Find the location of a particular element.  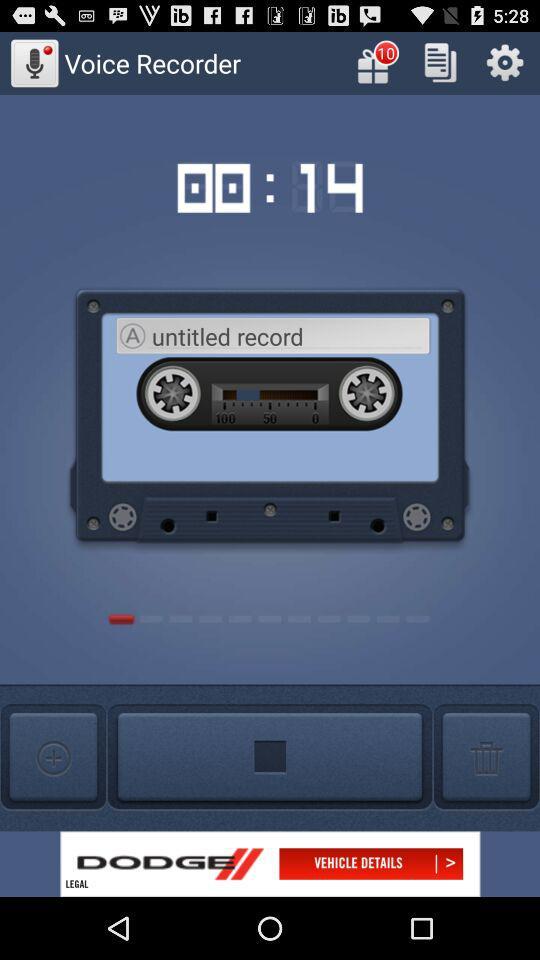

delete is located at coordinates (485, 756).